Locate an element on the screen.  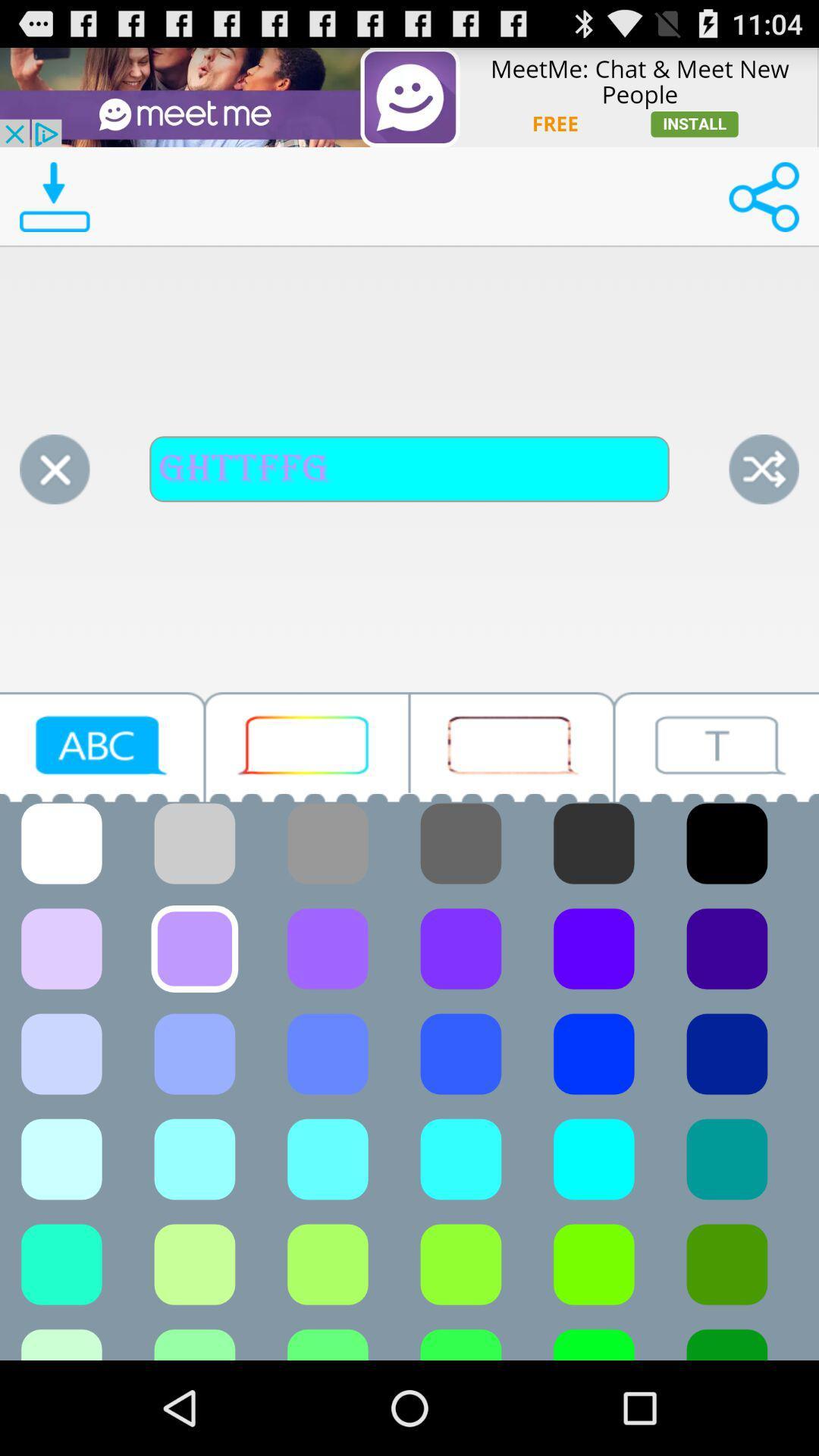
clear button is located at coordinates (54, 469).